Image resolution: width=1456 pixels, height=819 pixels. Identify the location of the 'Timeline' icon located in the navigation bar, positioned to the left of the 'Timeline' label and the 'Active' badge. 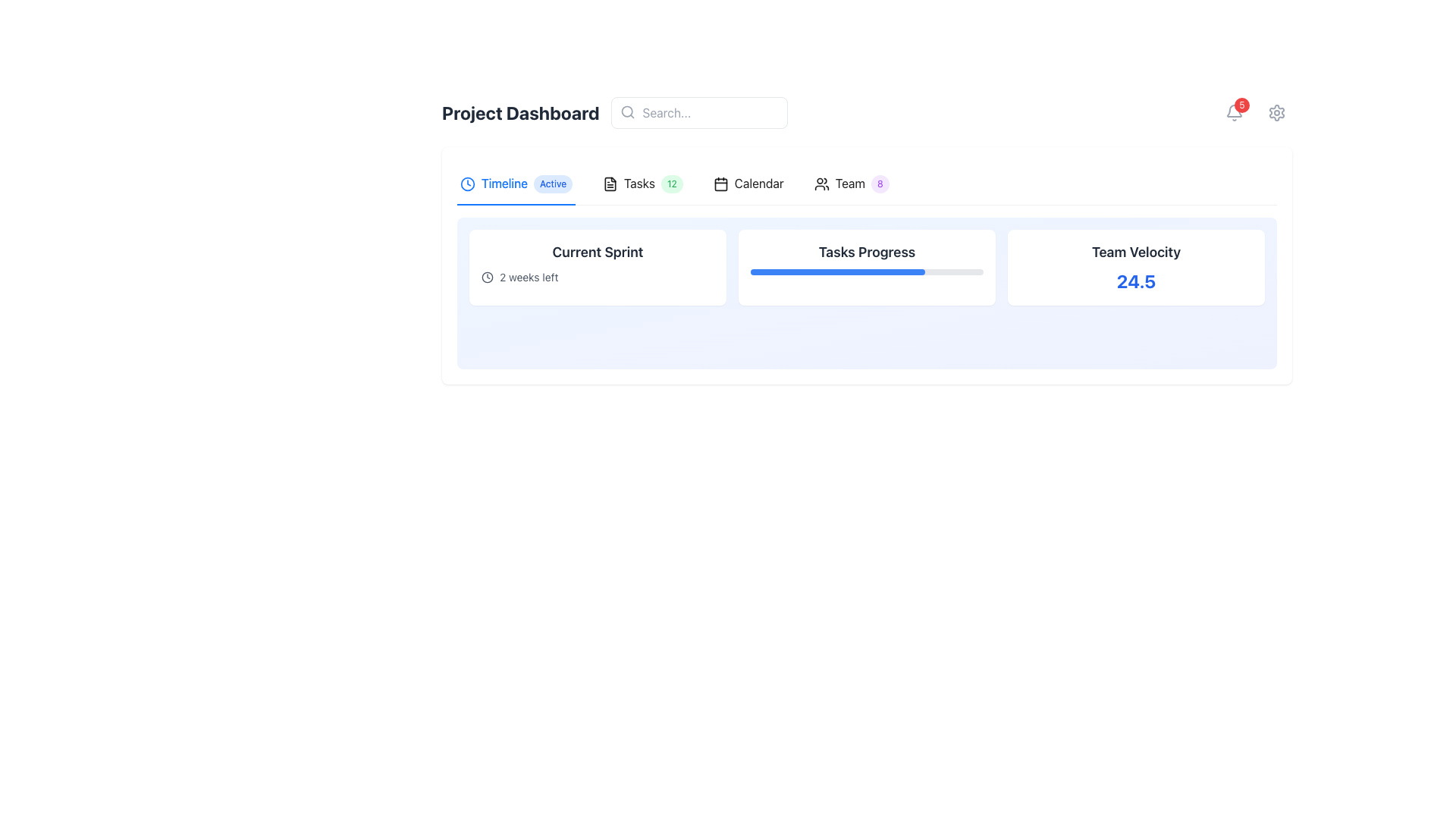
(467, 183).